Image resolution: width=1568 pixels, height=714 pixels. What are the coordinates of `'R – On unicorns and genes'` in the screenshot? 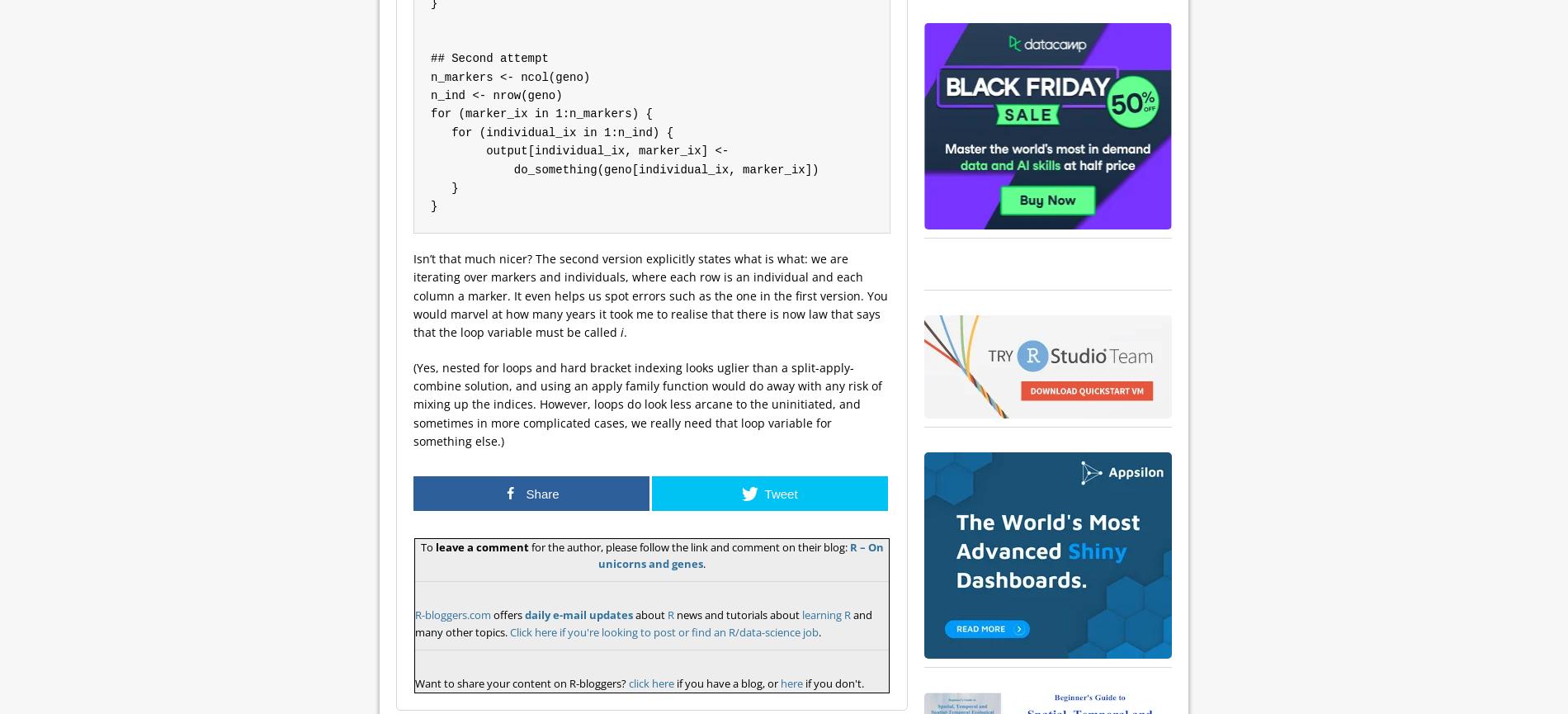 It's located at (739, 555).